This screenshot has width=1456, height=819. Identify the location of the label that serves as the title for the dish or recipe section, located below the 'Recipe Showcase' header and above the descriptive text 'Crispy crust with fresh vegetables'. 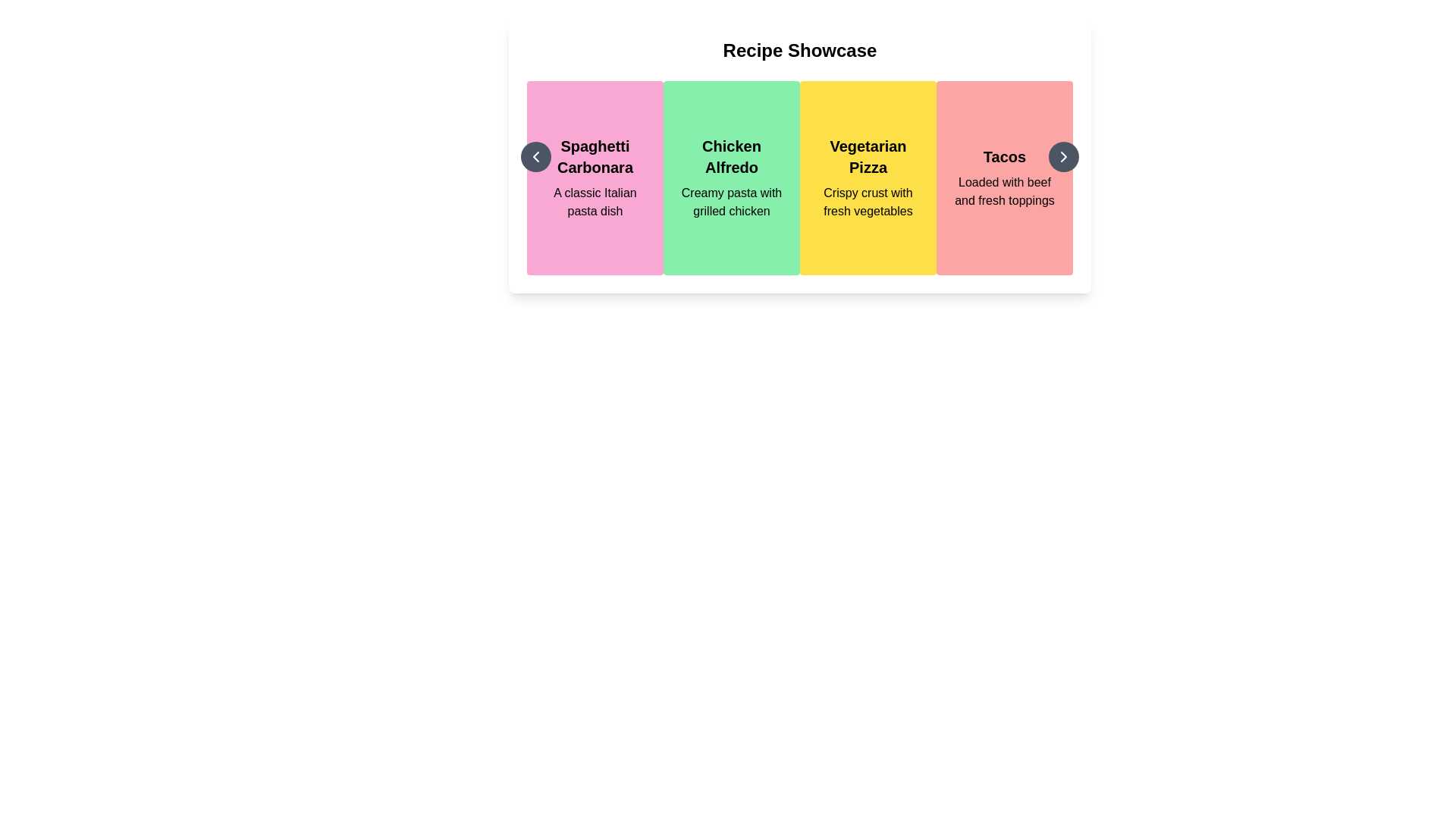
(868, 157).